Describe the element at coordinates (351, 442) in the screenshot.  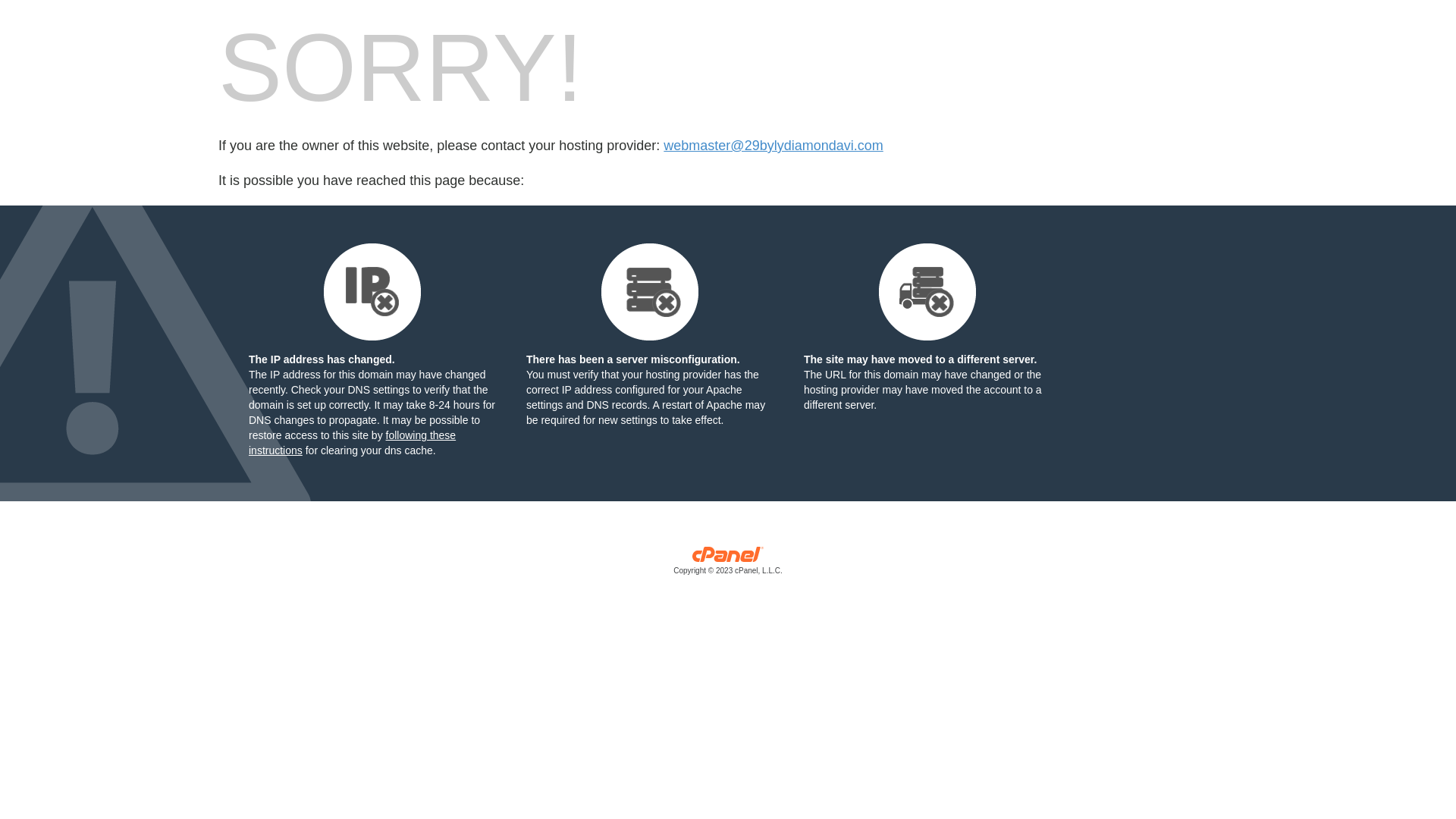
I see `'following these instructions'` at that location.